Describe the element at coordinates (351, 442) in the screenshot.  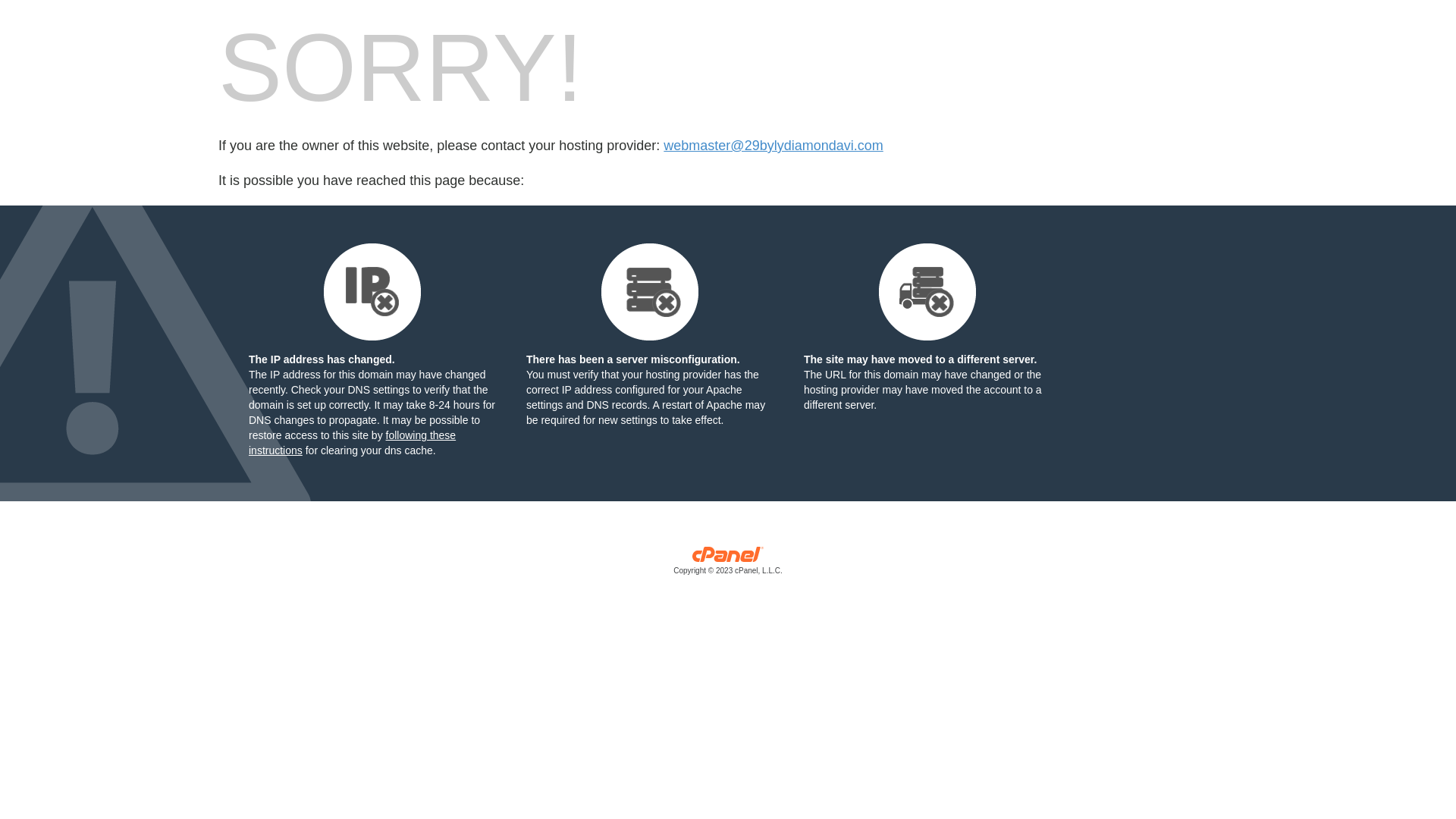
I see `'following these instructions'` at that location.